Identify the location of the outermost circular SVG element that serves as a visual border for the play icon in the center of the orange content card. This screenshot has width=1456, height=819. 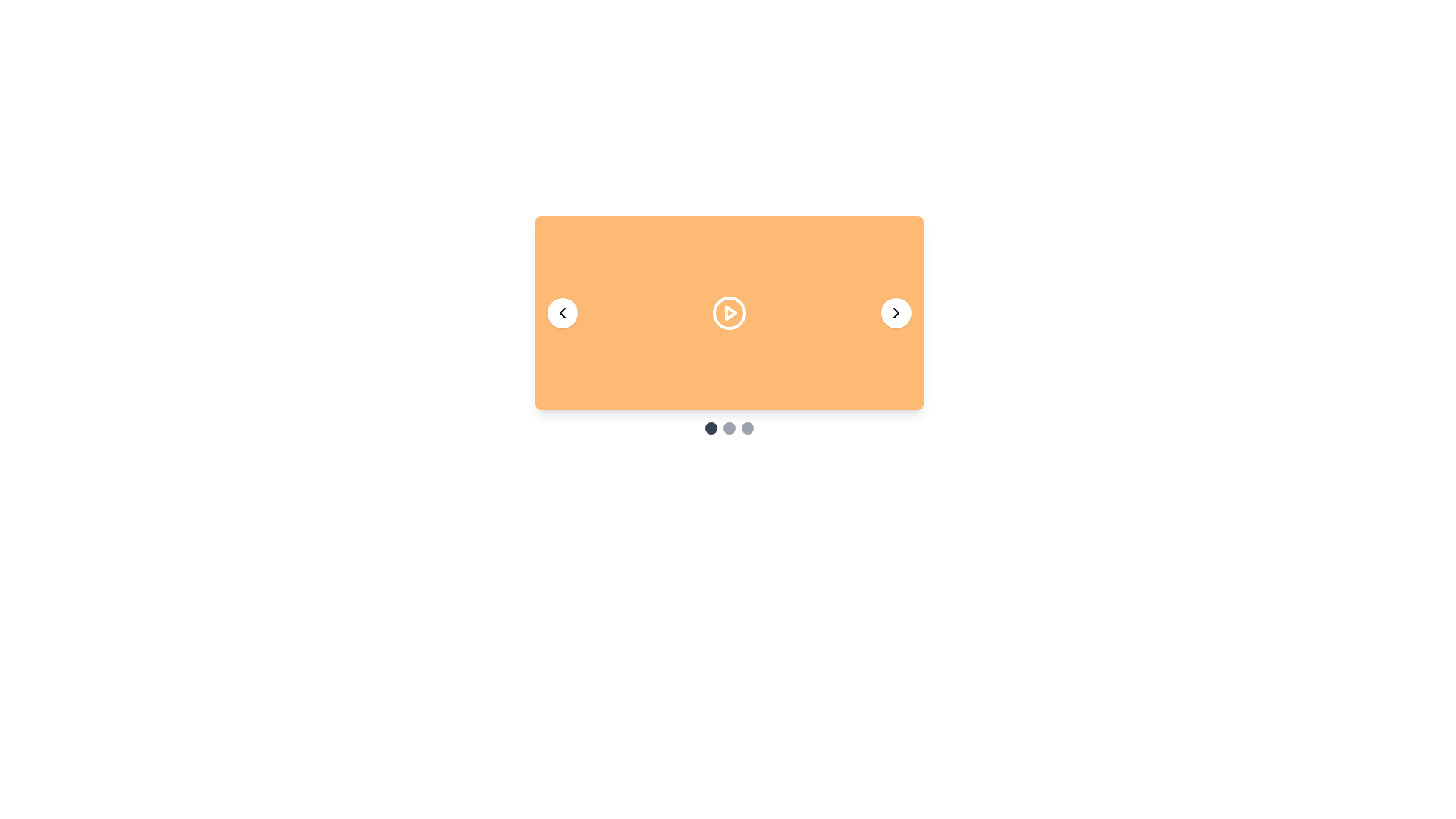
(729, 312).